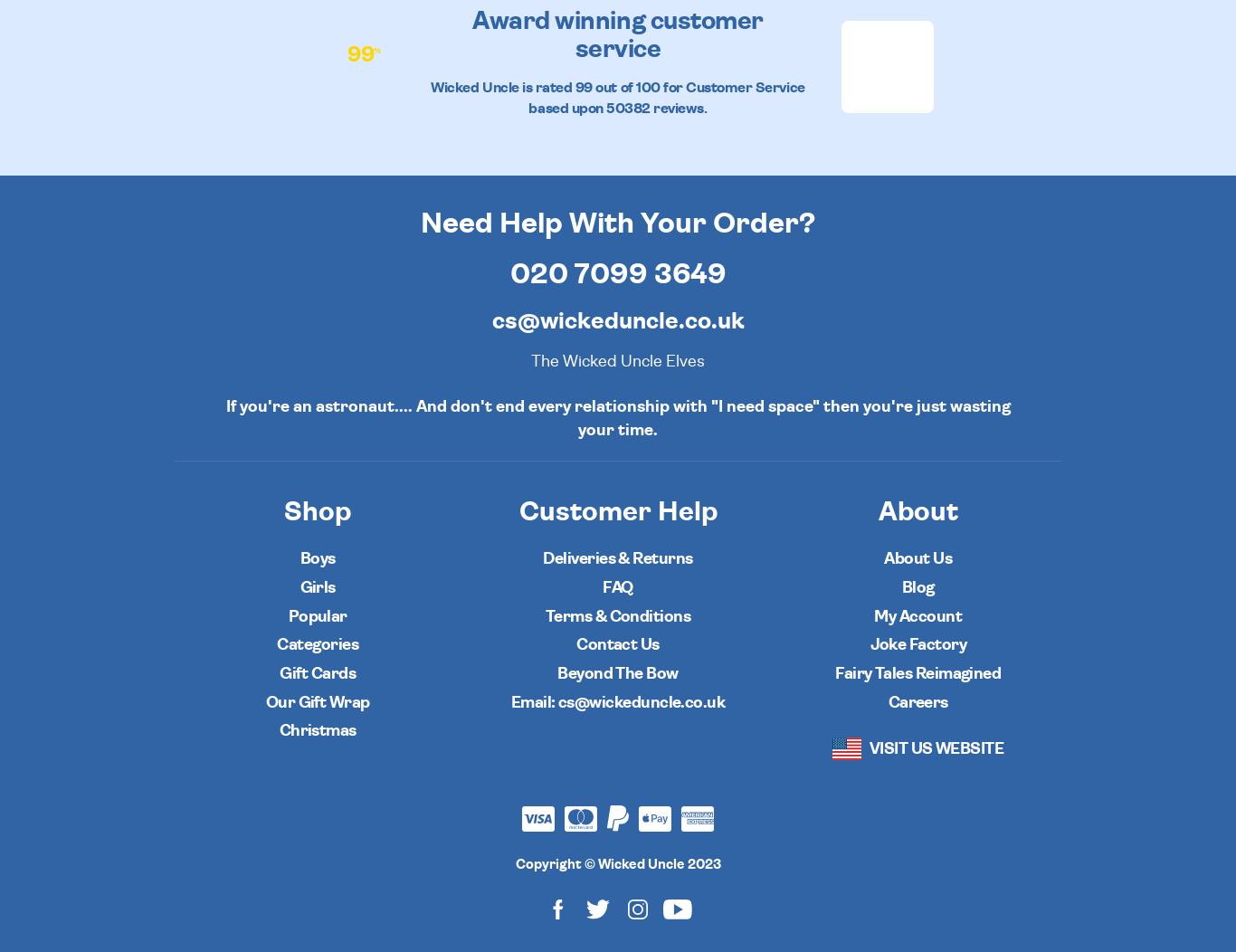  Describe the element at coordinates (490, 321) in the screenshot. I see `'cs@wickeduncle.co.uk'` at that location.